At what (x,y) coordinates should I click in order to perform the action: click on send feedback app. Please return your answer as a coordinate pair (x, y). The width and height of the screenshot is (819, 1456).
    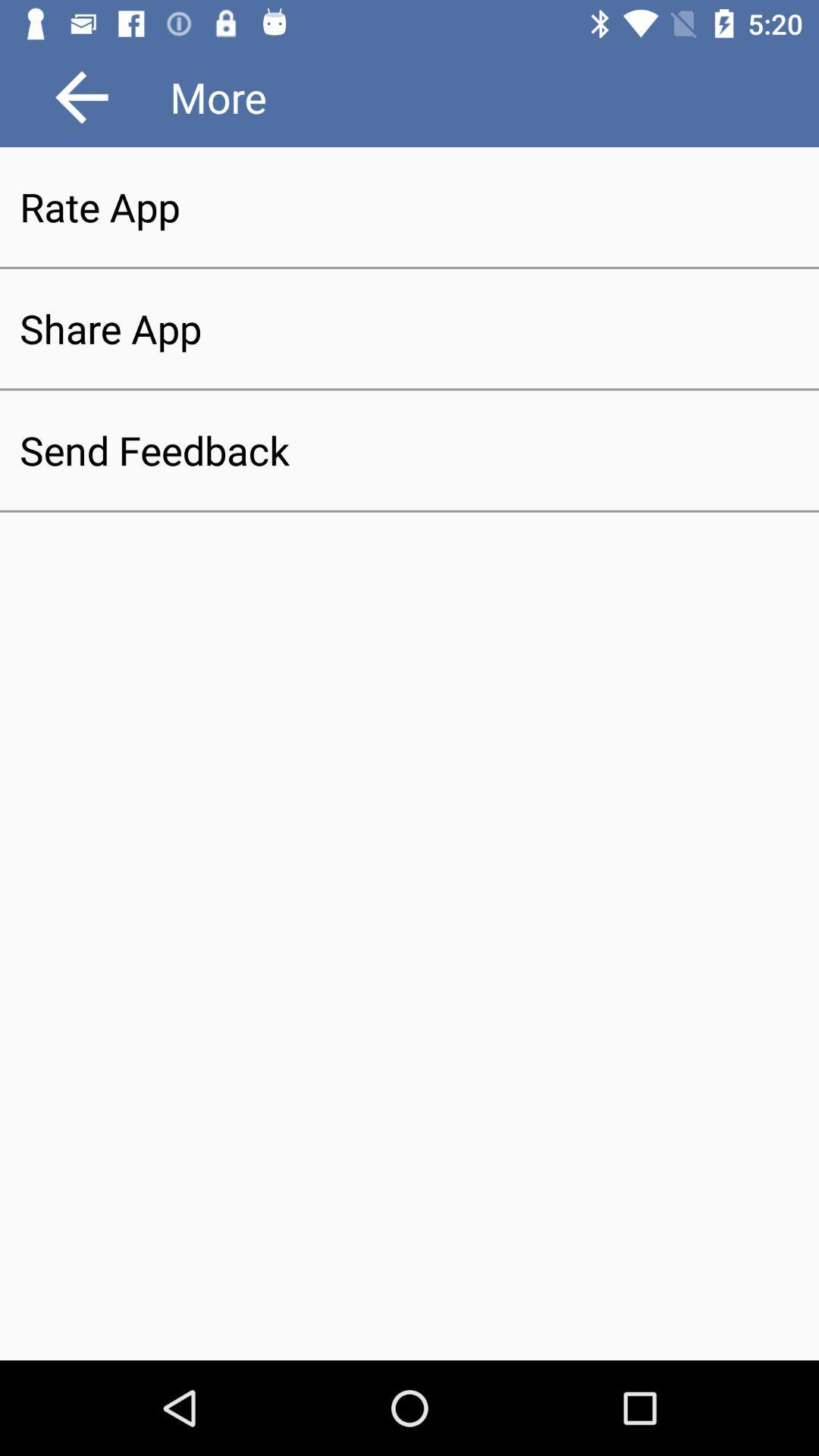
    Looking at the image, I should click on (409, 450).